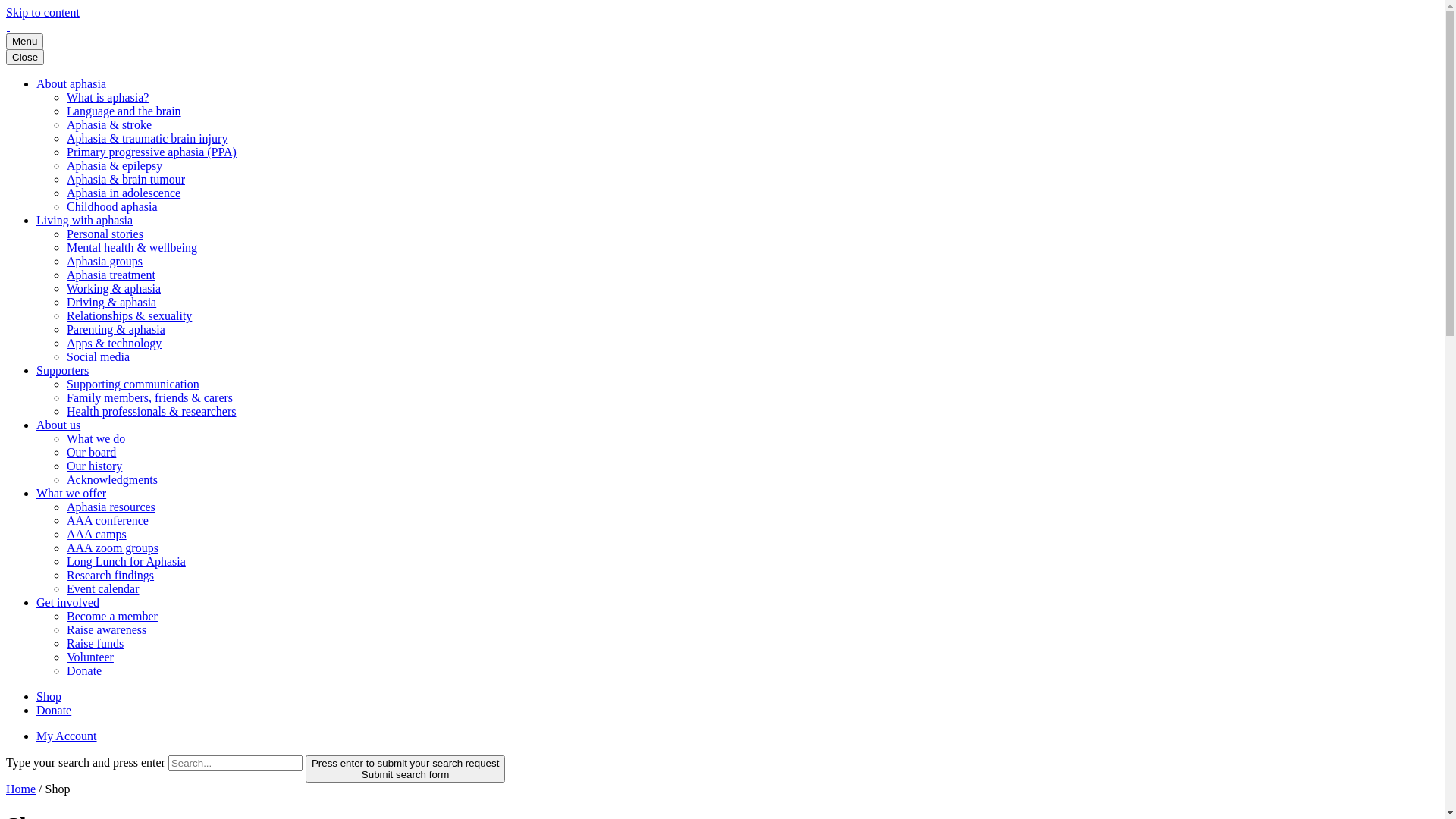 This screenshot has width=1456, height=819. I want to click on 'Health professionals & researchers', so click(65, 411).